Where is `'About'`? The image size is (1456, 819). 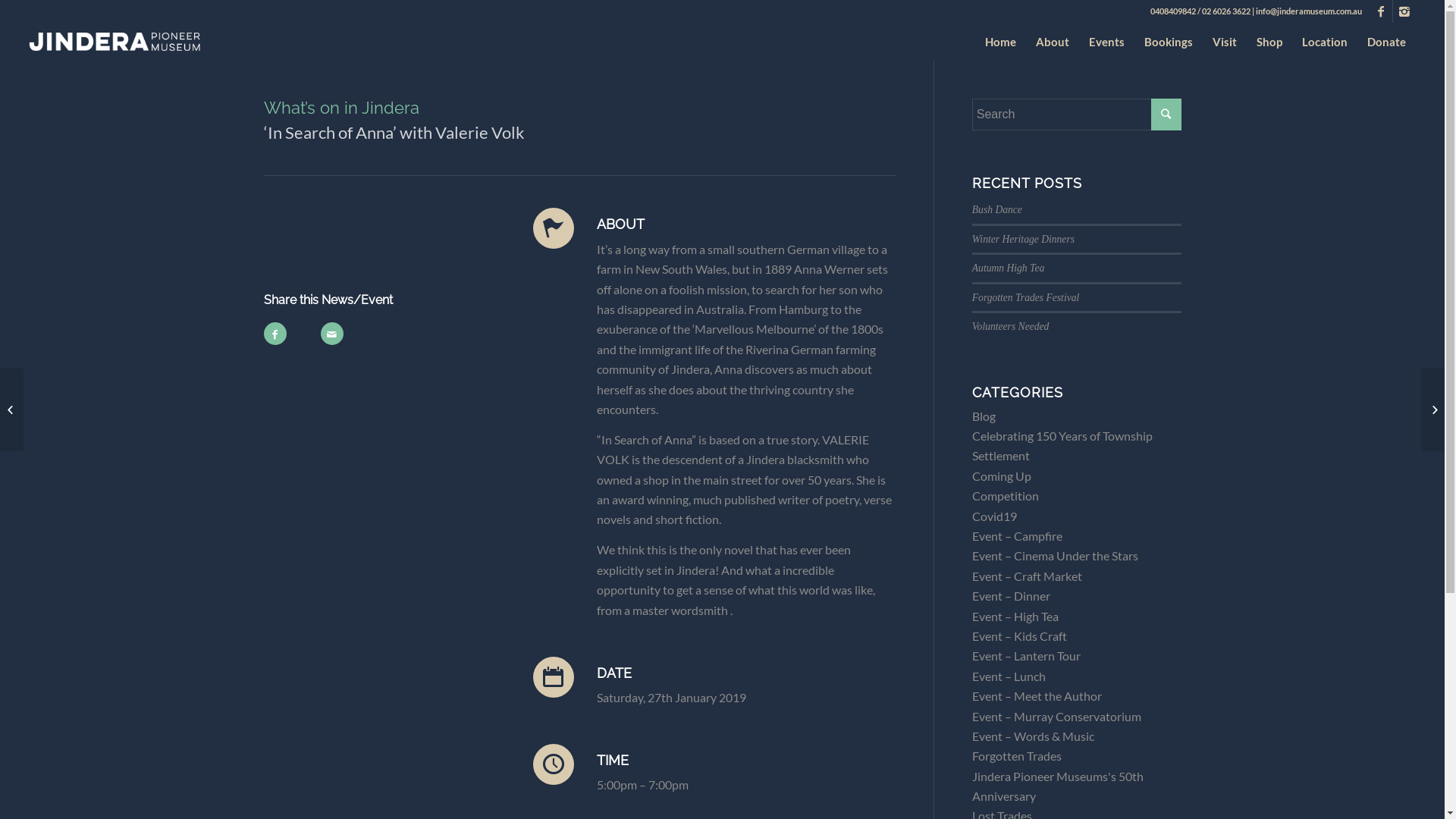
'About' is located at coordinates (1051, 40).